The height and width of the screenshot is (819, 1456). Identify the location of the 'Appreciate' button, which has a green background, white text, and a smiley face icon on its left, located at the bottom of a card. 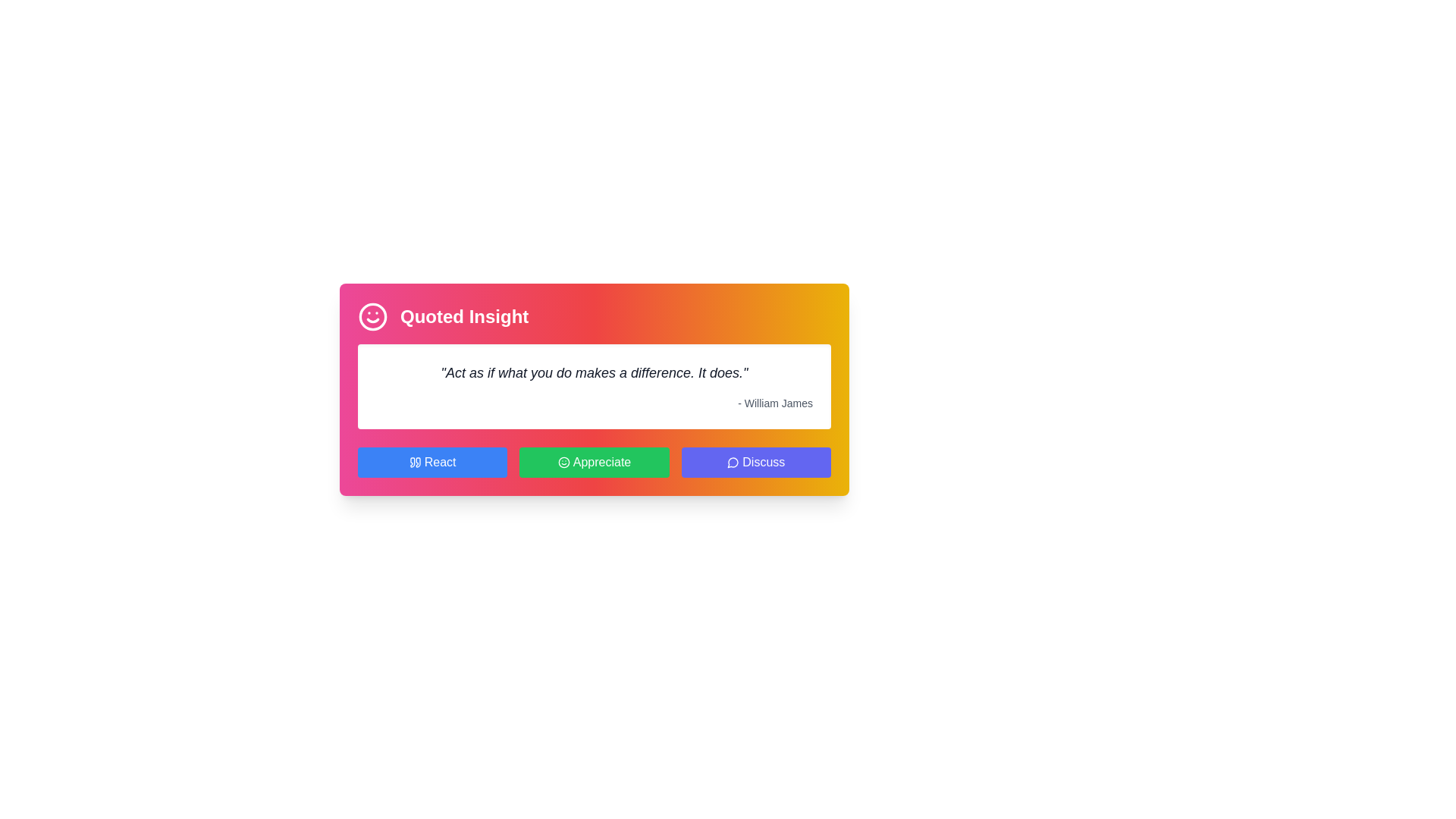
(593, 461).